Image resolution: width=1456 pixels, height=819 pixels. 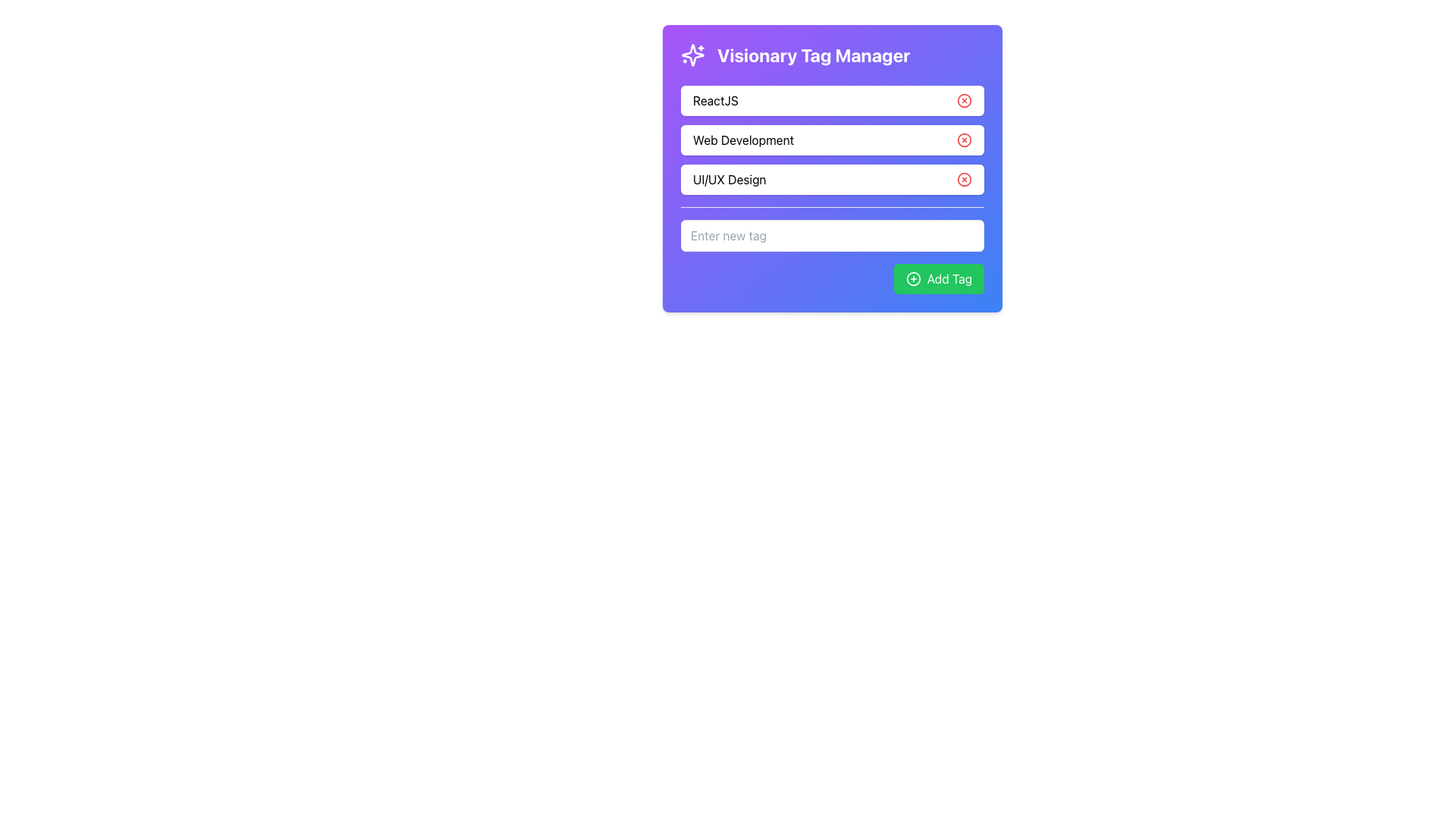 I want to click on the circular graphic element within the SVG icon on the right side of the 'ReactJS' text input field, so click(x=964, y=99).